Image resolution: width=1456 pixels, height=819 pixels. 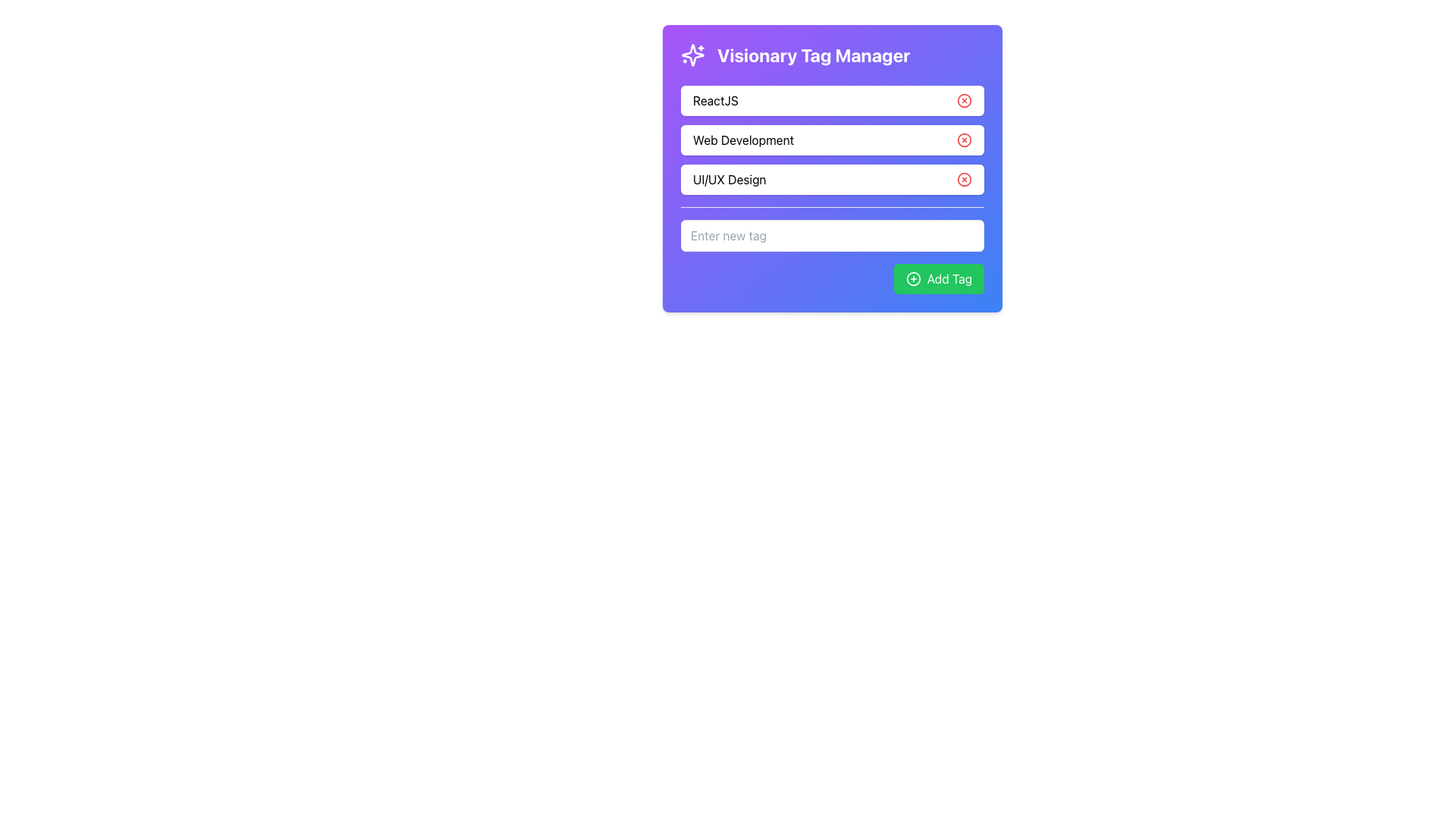 I want to click on the circular graphic element within the SVG icon on the right side of the 'ReactJS' text input field, so click(x=964, y=99).